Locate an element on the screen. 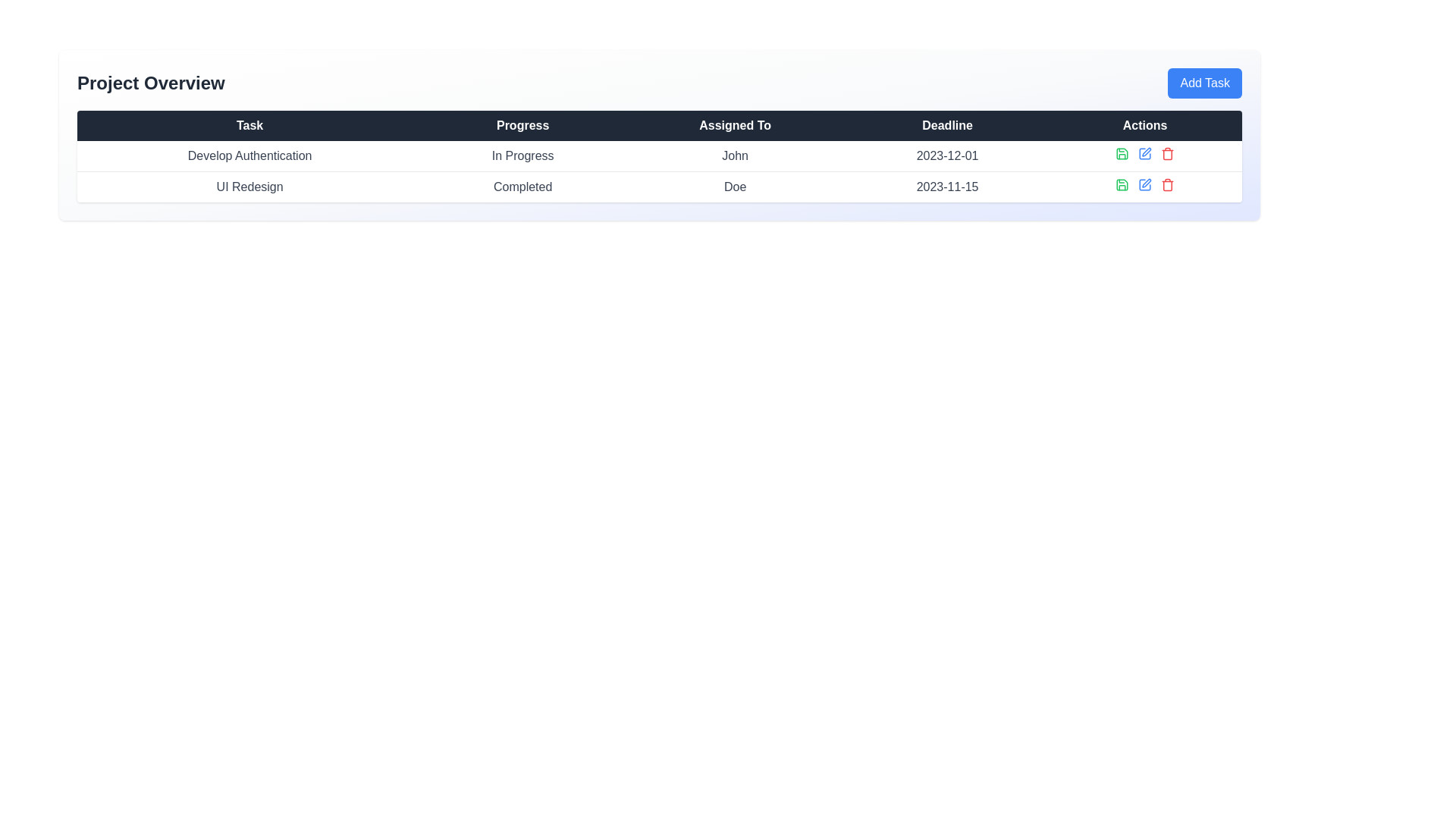 The width and height of the screenshot is (1456, 819). text from the 'UI Redesign' label, which is styled in gray and is located in the first column of the second row under the 'Task' header in the 'Project Overview' section is located at coordinates (249, 186).